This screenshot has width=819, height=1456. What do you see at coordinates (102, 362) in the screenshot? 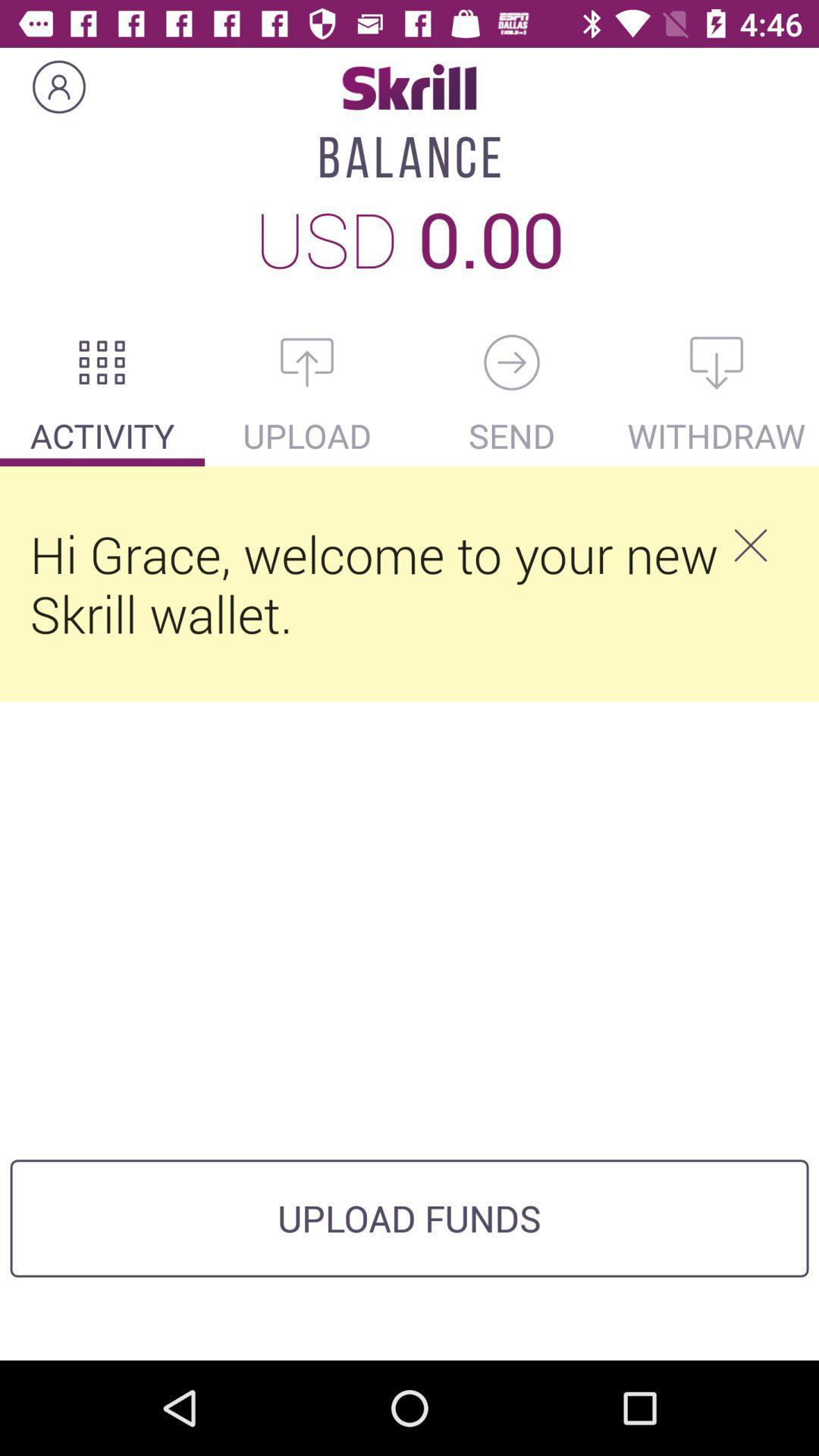
I see `check activity` at bounding box center [102, 362].